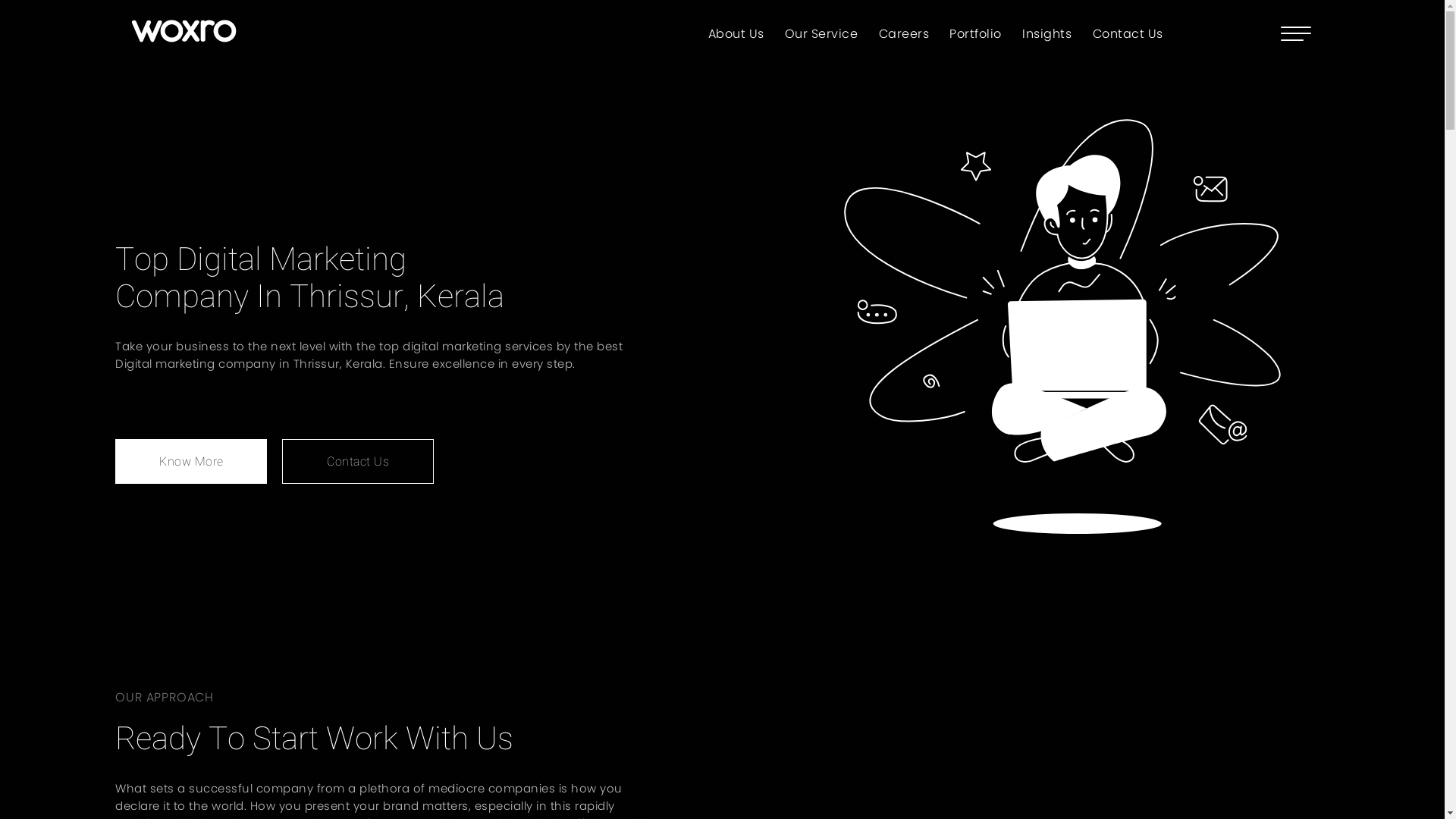 This screenshot has width=1456, height=819. Describe the element at coordinates (190, 460) in the screenshot. I see `'Know More'` at that location.